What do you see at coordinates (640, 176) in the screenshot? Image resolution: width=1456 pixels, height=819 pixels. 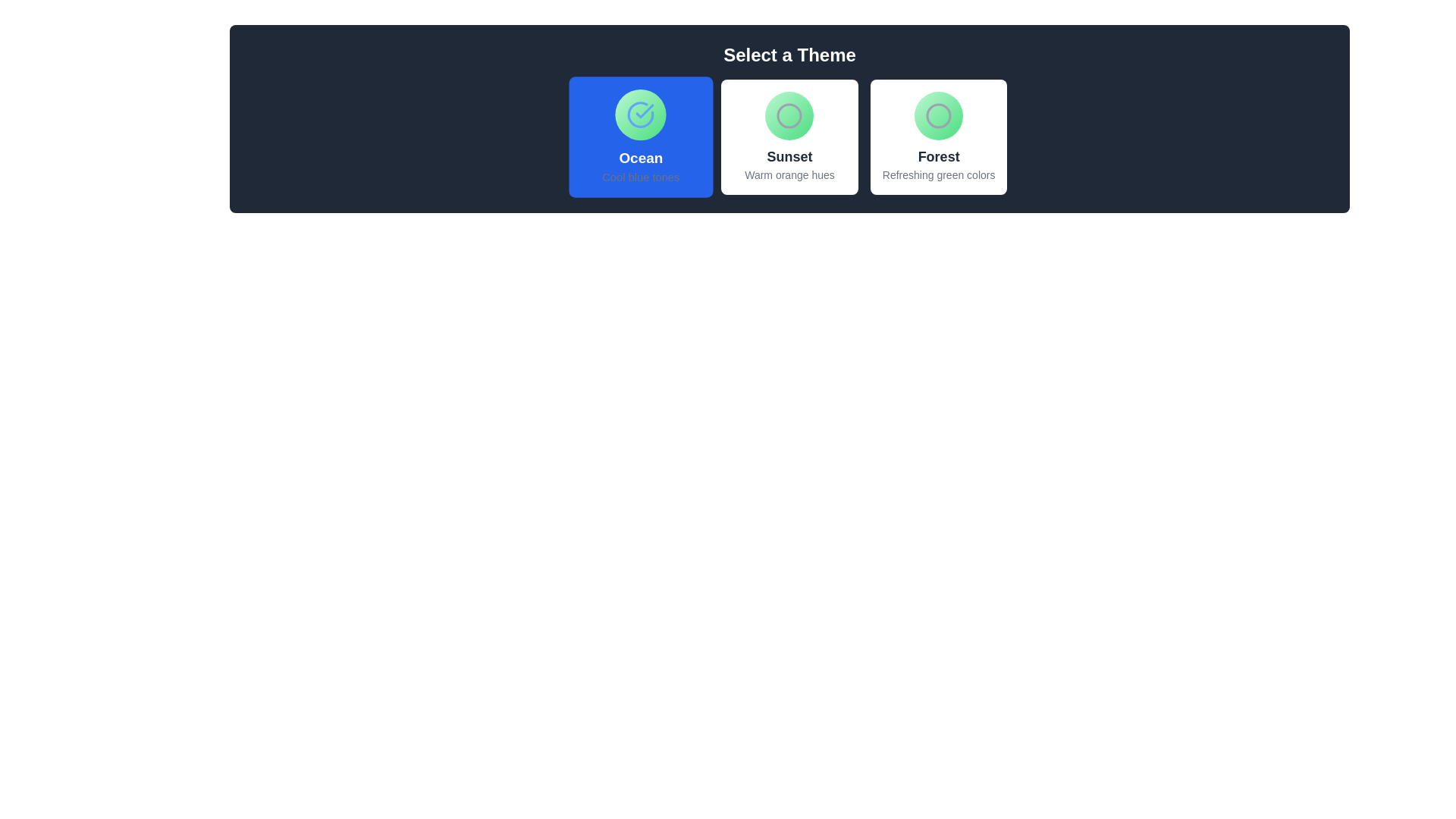 I see `text content of the supplementary detail label located below the main label 'Ocean' within the blue box` at bounding box center [640, 176].